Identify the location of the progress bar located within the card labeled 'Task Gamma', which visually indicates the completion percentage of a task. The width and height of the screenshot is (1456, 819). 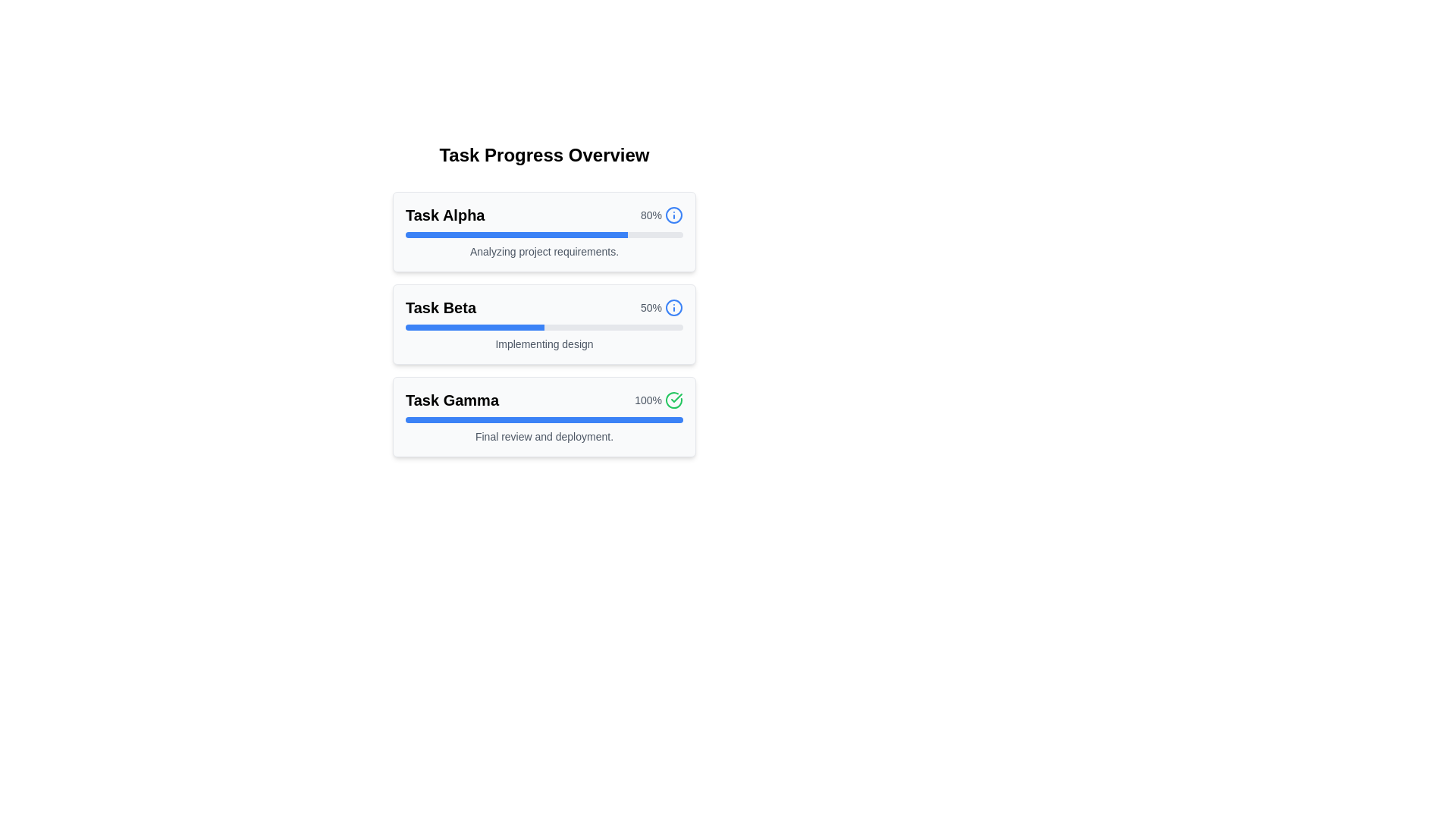
(544, 420).